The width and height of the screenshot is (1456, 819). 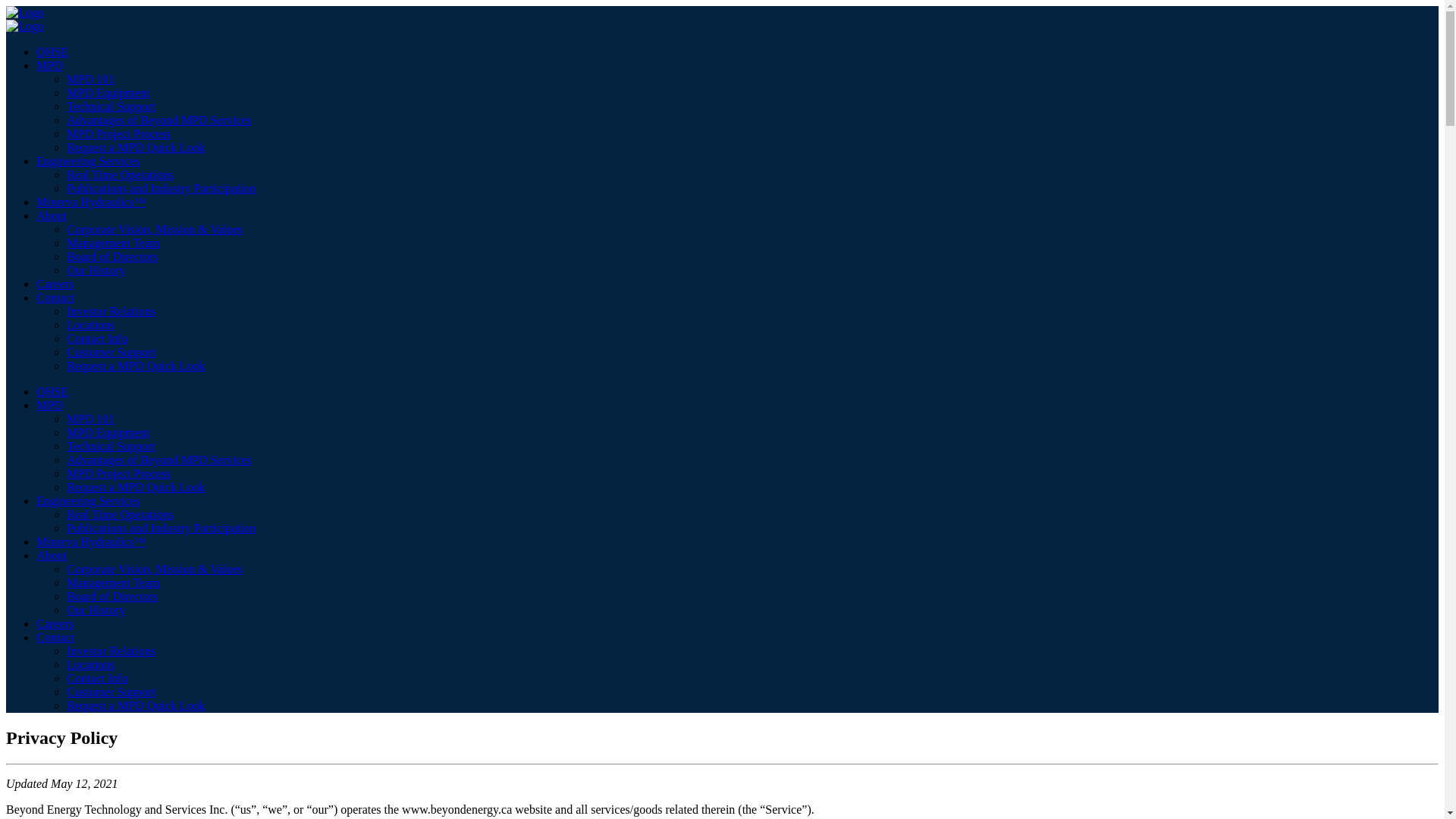 I want to click on 'Careers', so click(x=55, y=623).